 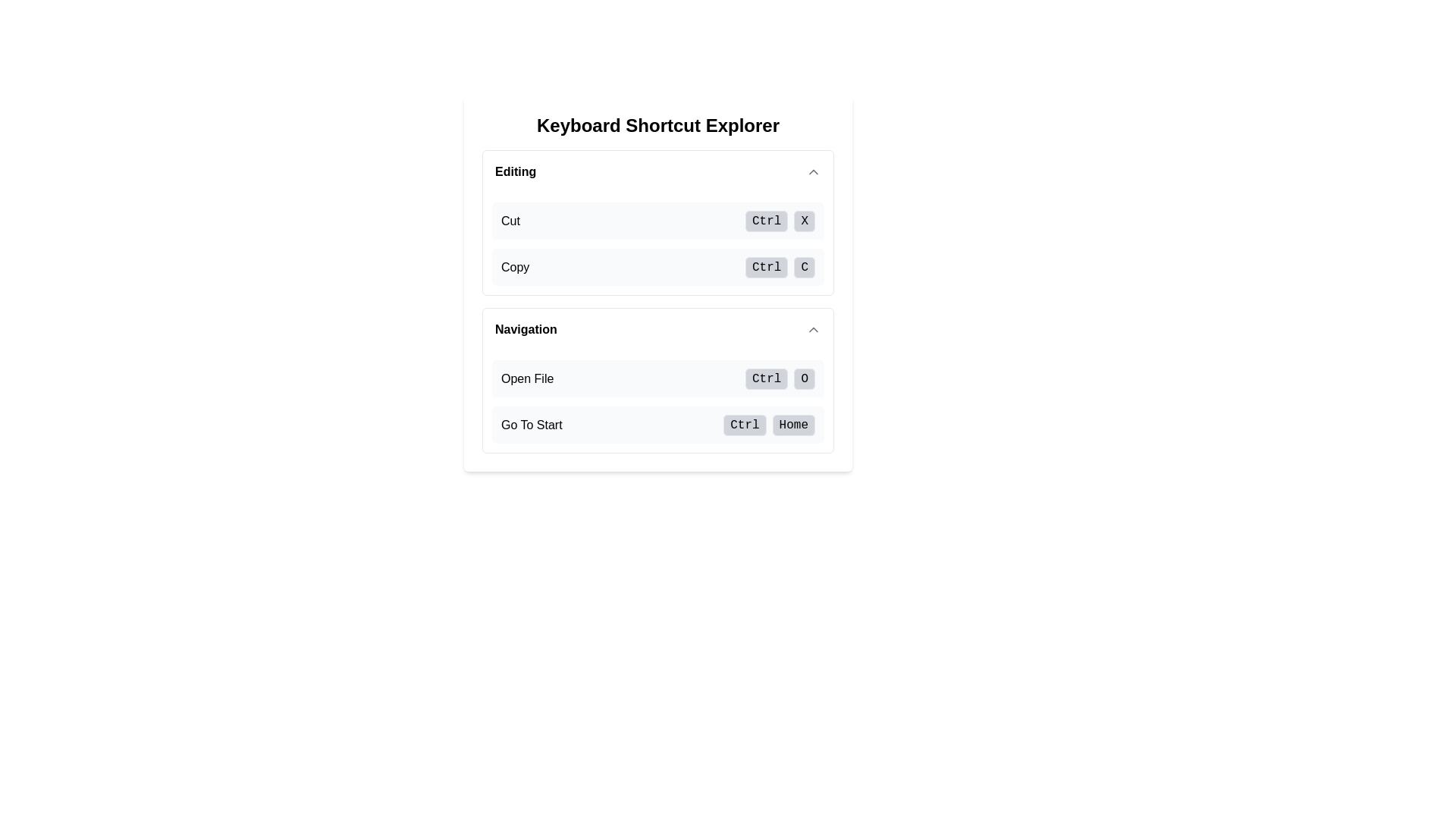 What do you see at coordinates (804, 221) in the screenshot?
I see `the 'X' keyboard shortcut key button-like text label that represents the cut action, located to the right of the 'Ctrl' element in the 'Keyboard Shortcut Explorer' interface` at bounding box center [804, 221].